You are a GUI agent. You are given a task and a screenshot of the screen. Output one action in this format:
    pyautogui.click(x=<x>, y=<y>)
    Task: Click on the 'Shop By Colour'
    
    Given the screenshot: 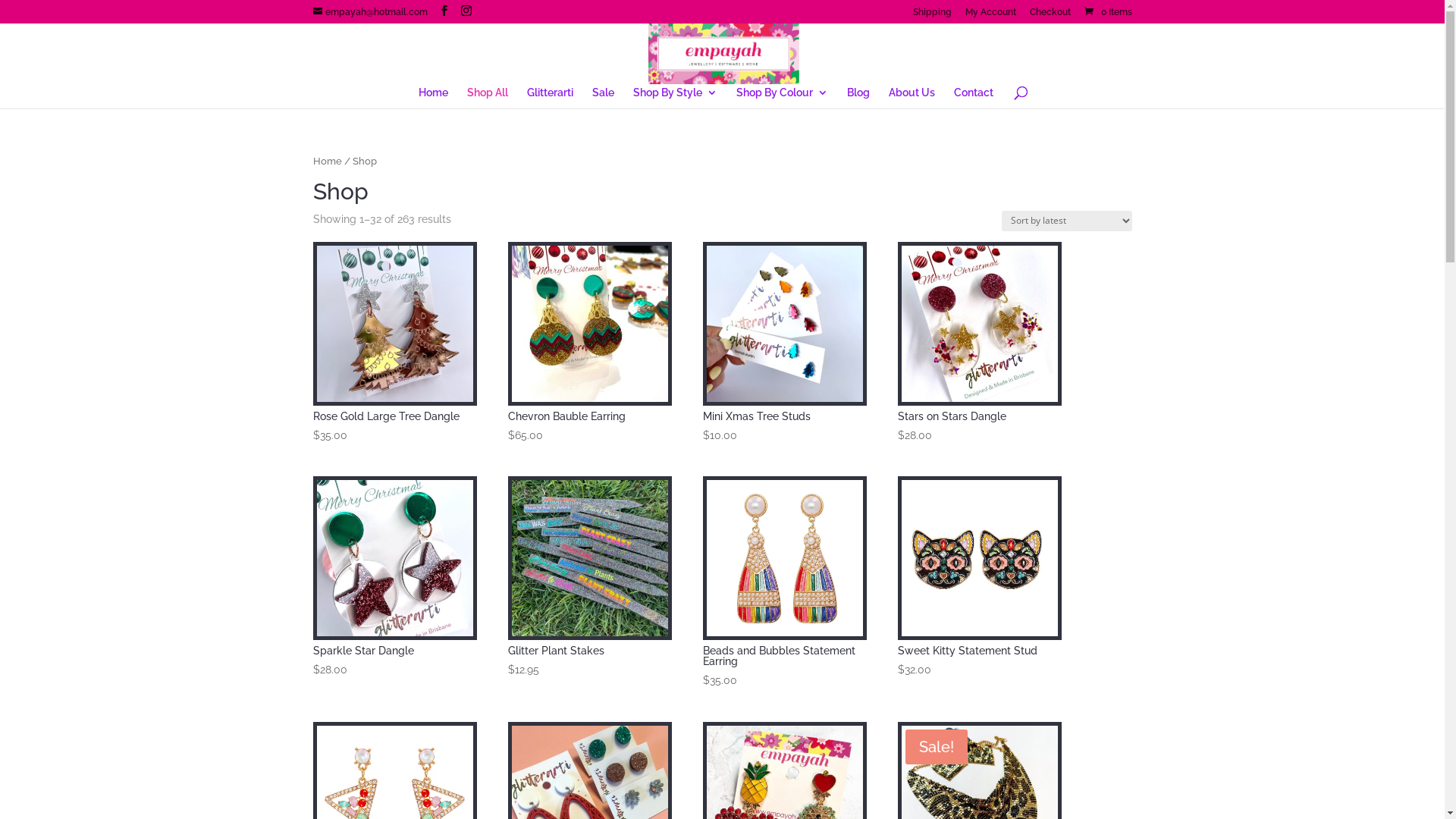 What is the action you would take?
    pyautogui.click(x=736, y=97)
    